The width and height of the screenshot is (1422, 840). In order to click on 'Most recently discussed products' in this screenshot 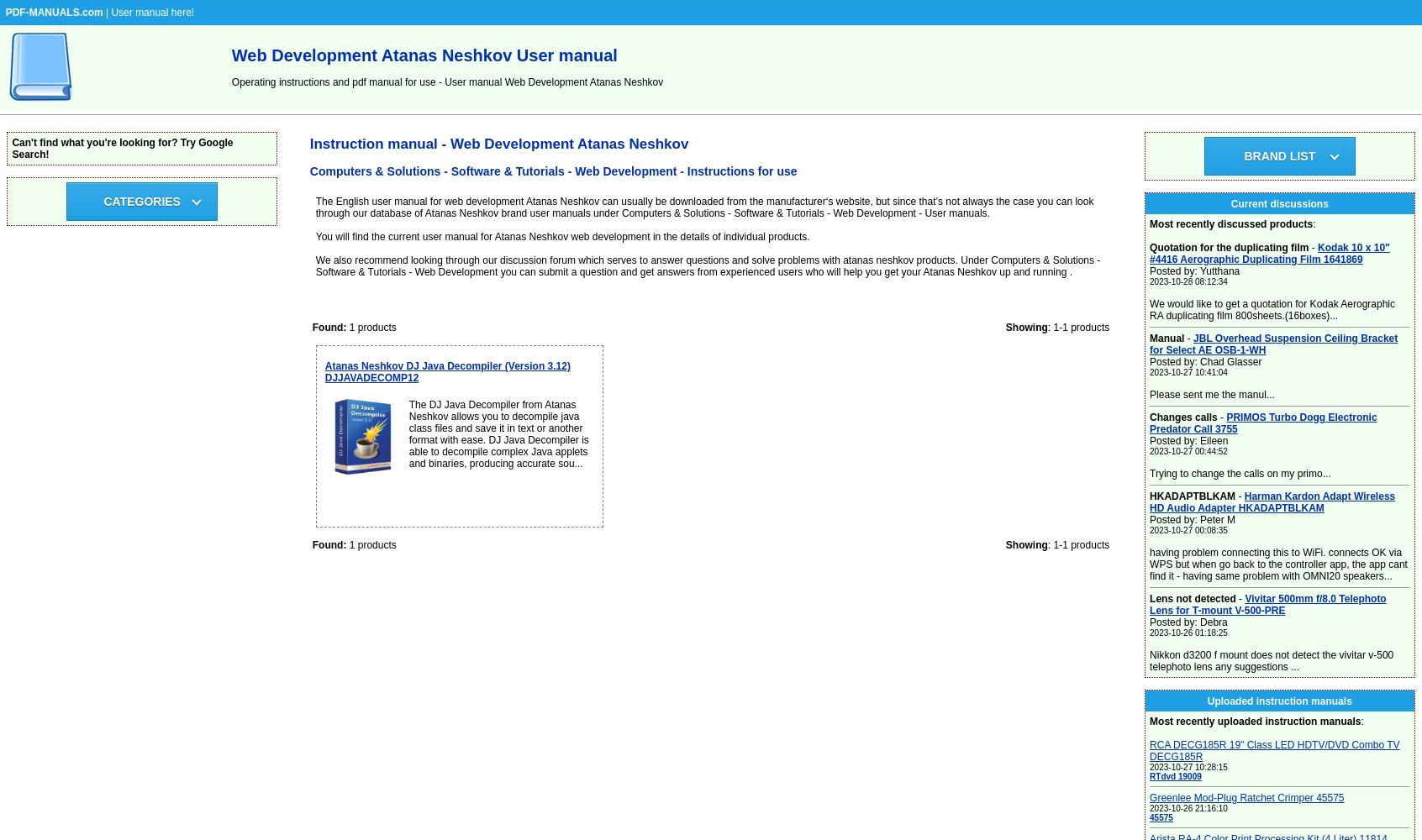, I will do `click(1230, 224)`.